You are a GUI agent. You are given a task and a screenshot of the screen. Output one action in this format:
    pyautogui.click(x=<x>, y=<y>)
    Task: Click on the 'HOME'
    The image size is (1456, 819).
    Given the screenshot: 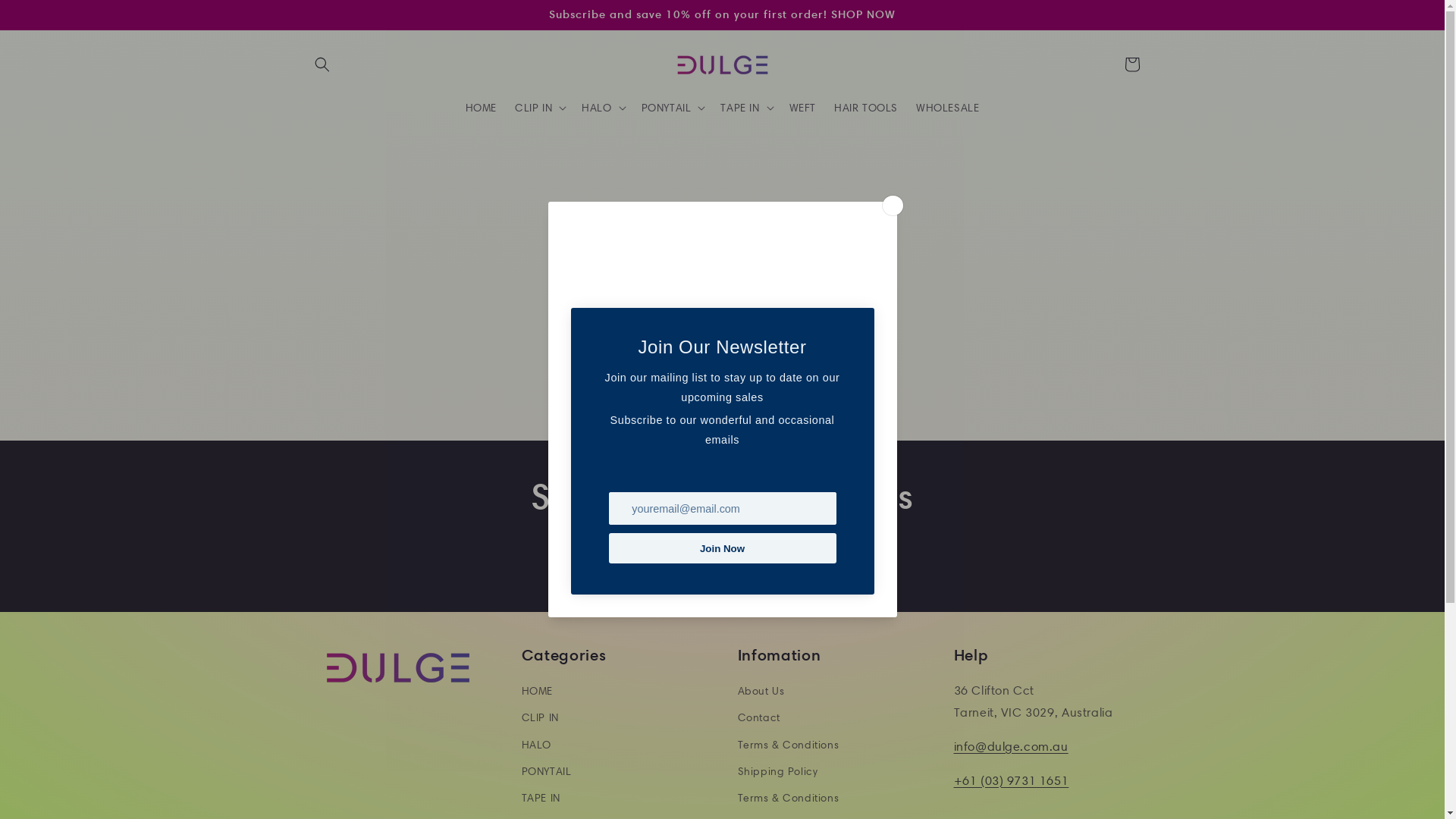 What is the action you would take?
    pyautogui.click(x=455, y=107)
    